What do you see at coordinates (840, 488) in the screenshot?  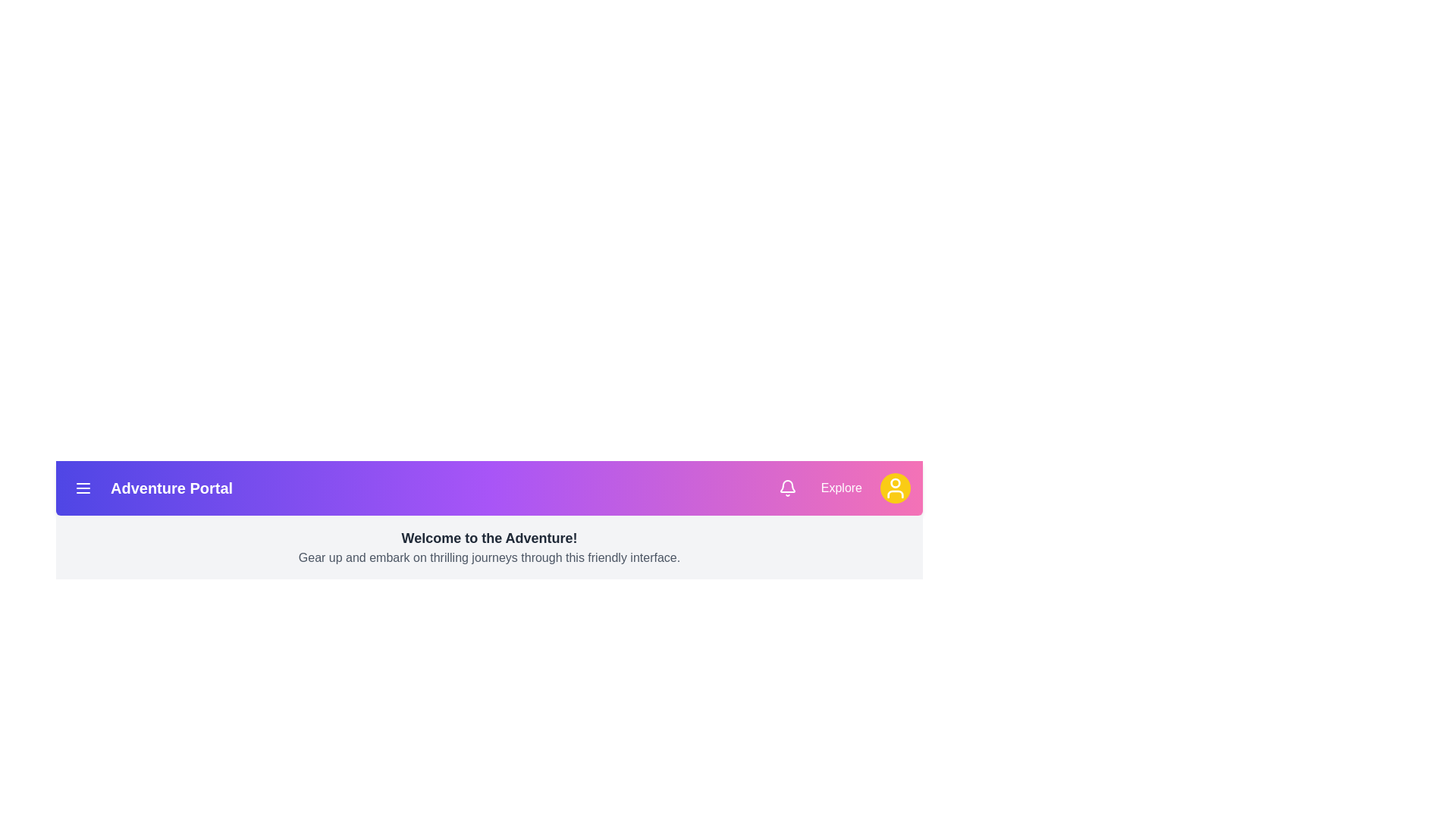 I see `the 'Explore' button to navigate to the section` at bounding box center [840, 488].